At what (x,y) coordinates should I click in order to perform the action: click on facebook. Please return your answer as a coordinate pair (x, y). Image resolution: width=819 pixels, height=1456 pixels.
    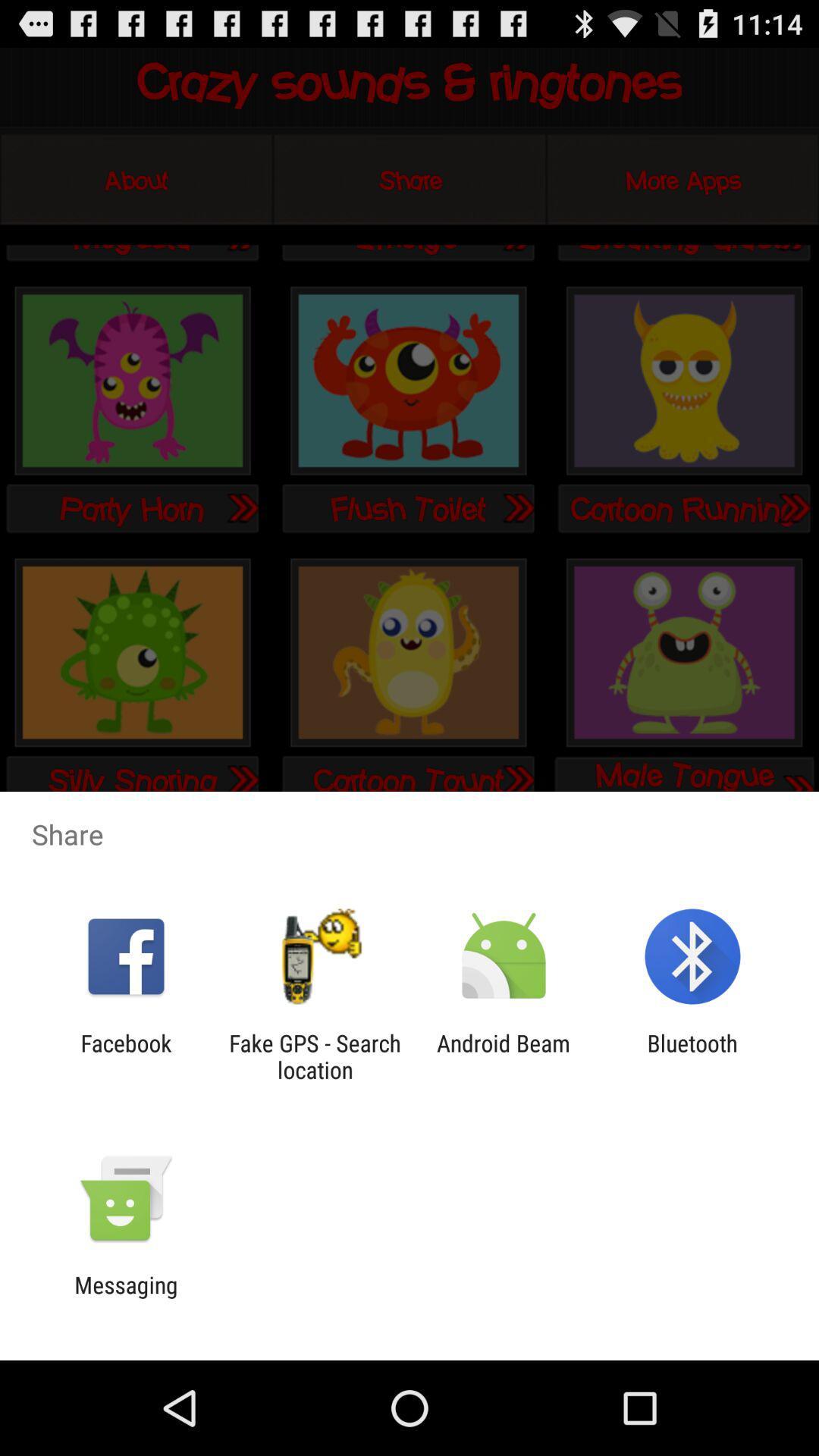
    Looking at the image, I should click on (125, 1056).